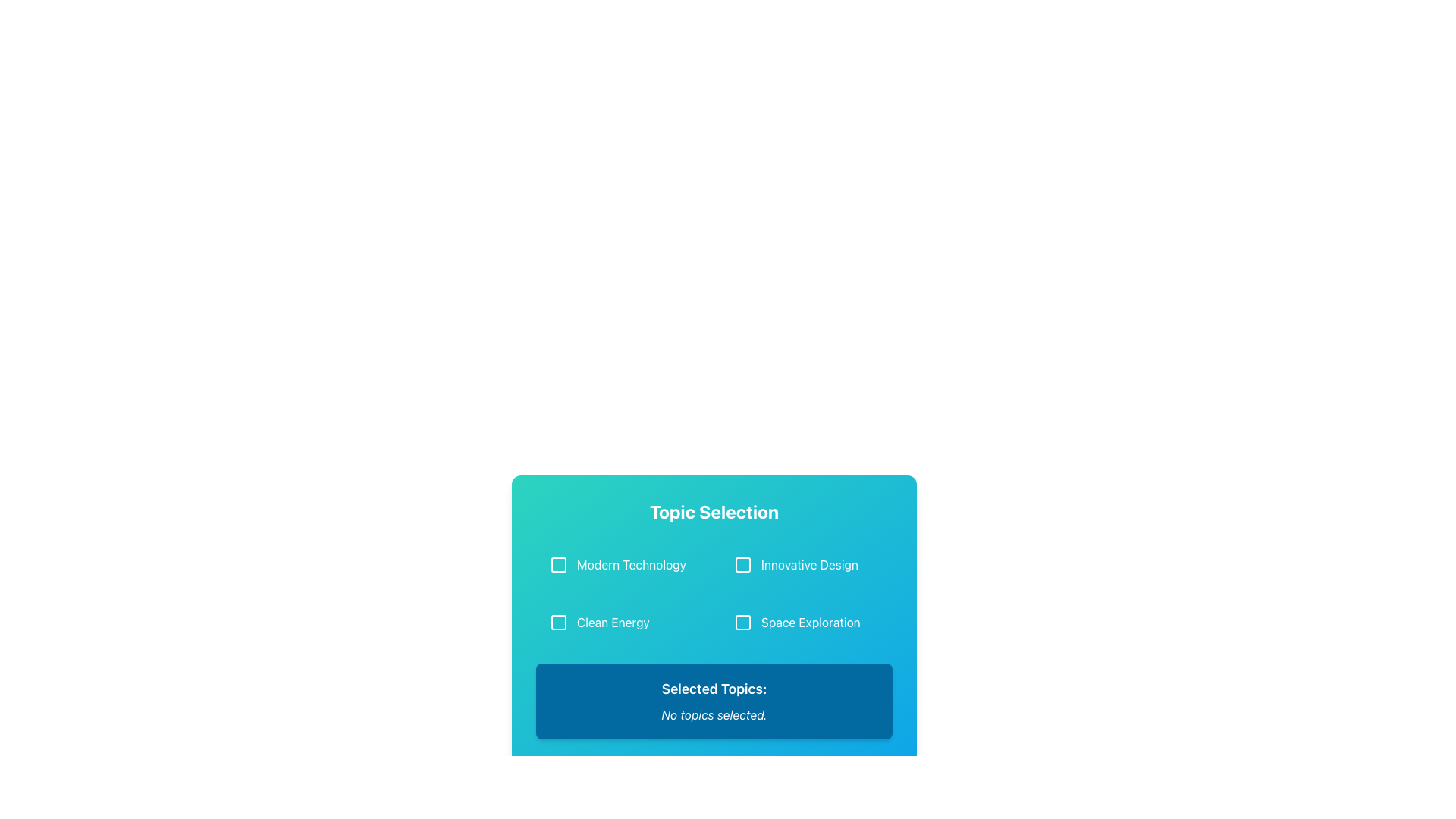 This screenshot has width=1456, height=819. Describe the element at coordinates (805, 564) in the screenshot. I see `the selectable list item with checkbox labeled 'Innovative Design' to change its background color` at that location.